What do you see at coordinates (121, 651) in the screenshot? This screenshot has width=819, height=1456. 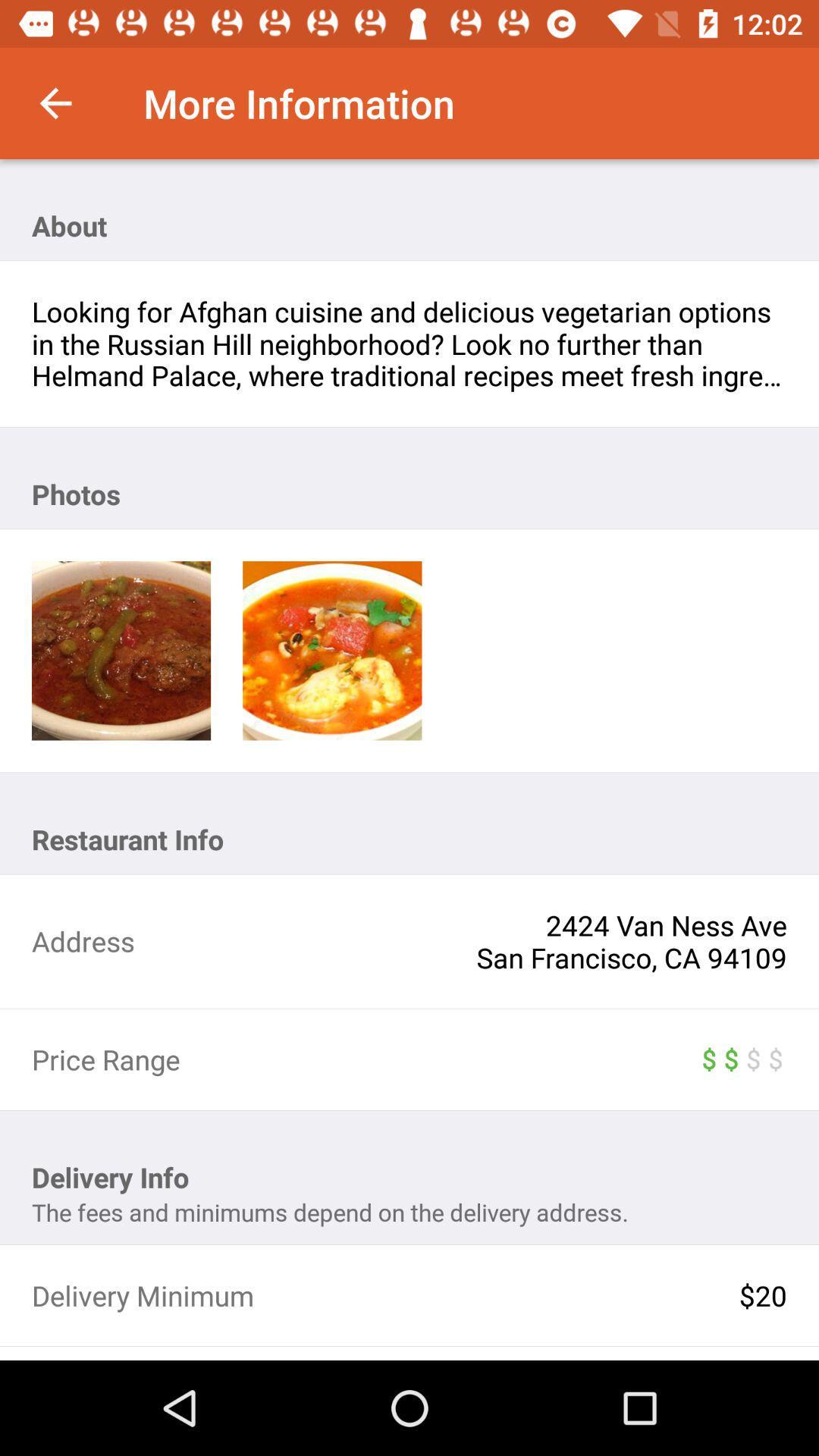 I see `the item above restaurant info item` at bounding box center [121, 651].